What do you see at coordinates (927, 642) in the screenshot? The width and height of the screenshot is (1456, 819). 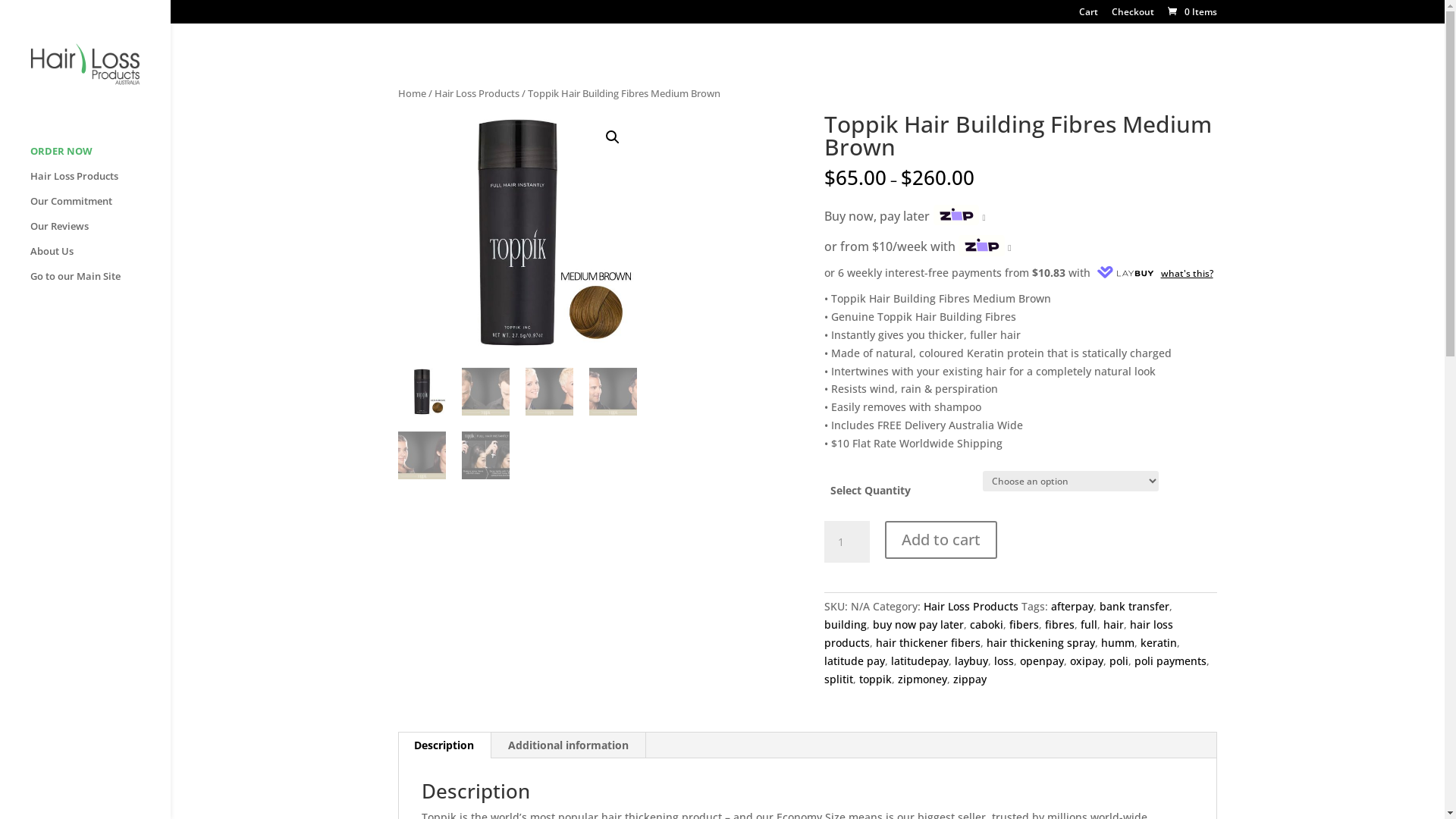 I see `'hair thickener fibers'` at bounding box center [927, 642].